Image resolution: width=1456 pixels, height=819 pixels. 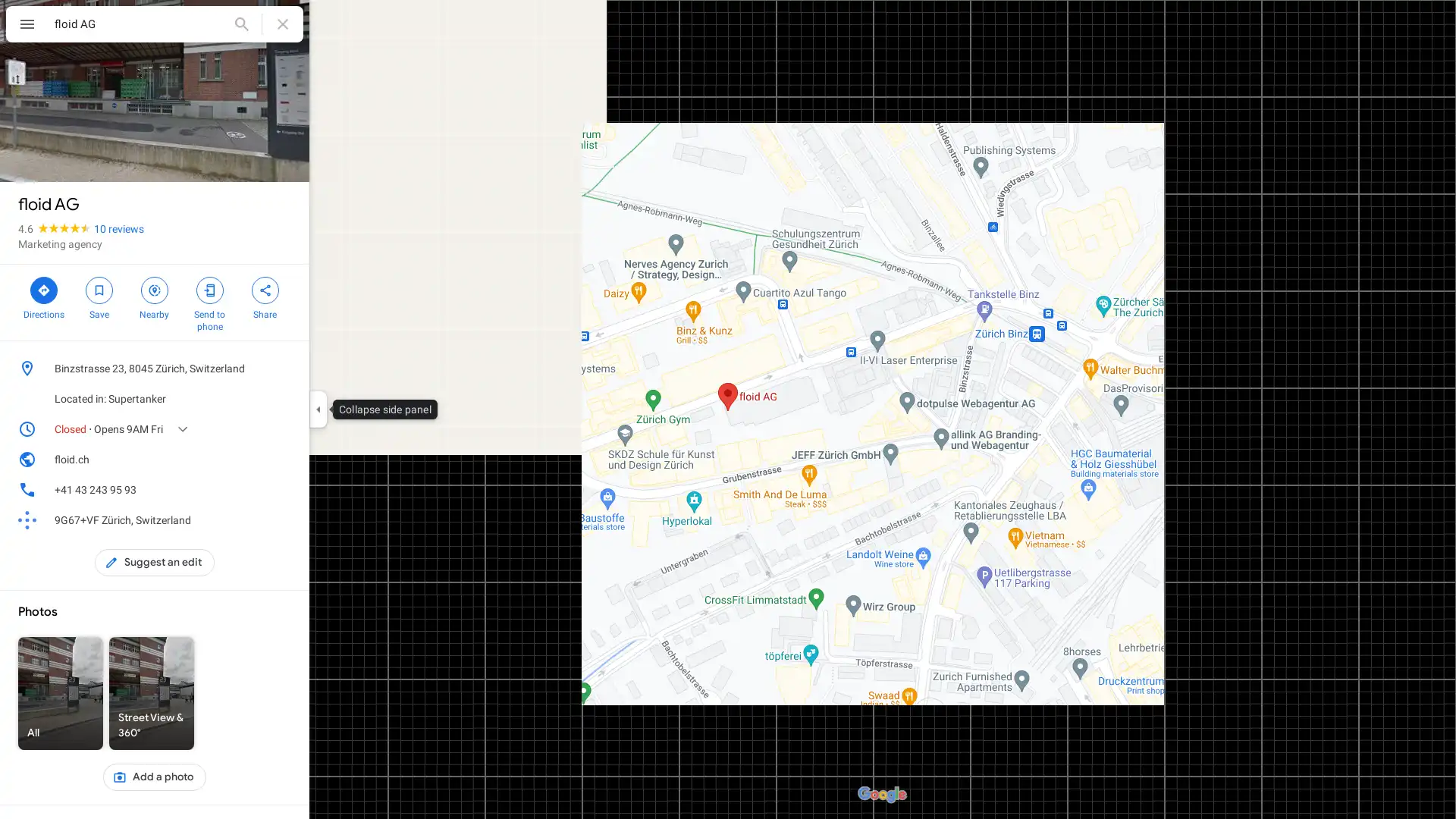 I want to click on Save floid AG in your lists, so click(x=98, y=296).